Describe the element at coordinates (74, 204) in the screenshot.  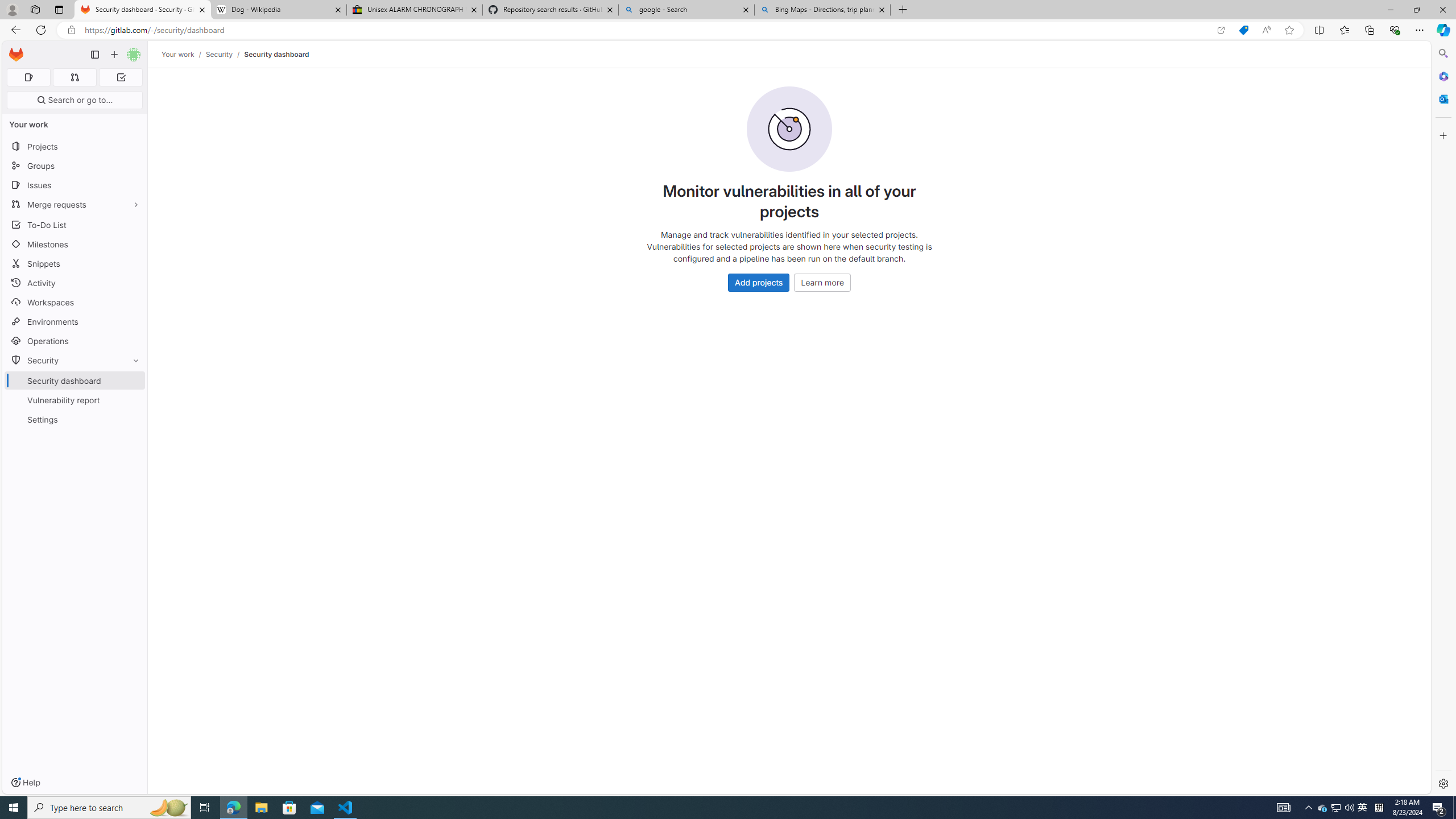
I see `'Merge requests'` at that location.